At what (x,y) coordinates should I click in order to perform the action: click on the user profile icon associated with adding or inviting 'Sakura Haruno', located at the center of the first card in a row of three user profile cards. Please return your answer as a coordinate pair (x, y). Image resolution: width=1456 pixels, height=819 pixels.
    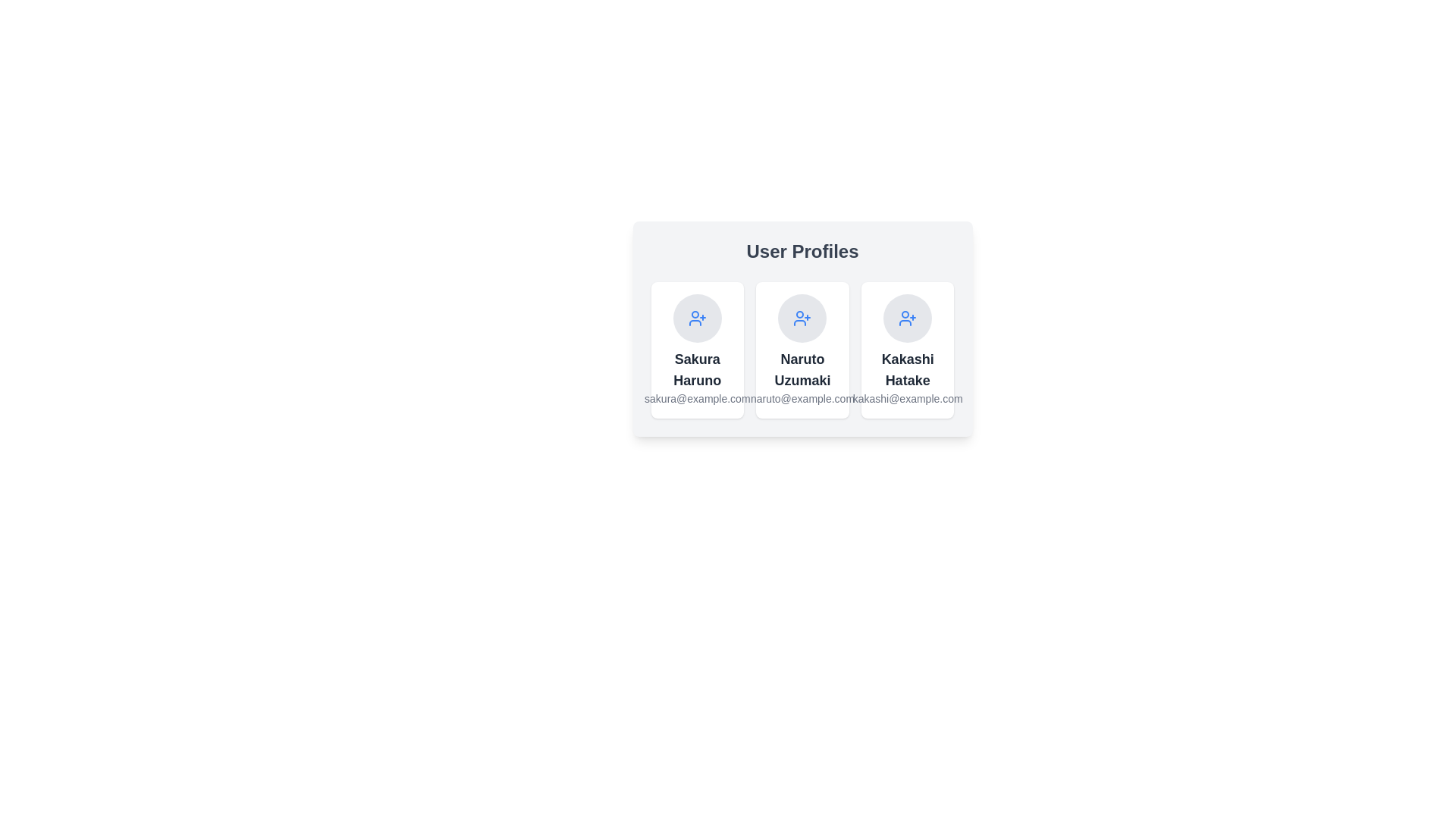
    Looking at the image, I should click on (696, 318).